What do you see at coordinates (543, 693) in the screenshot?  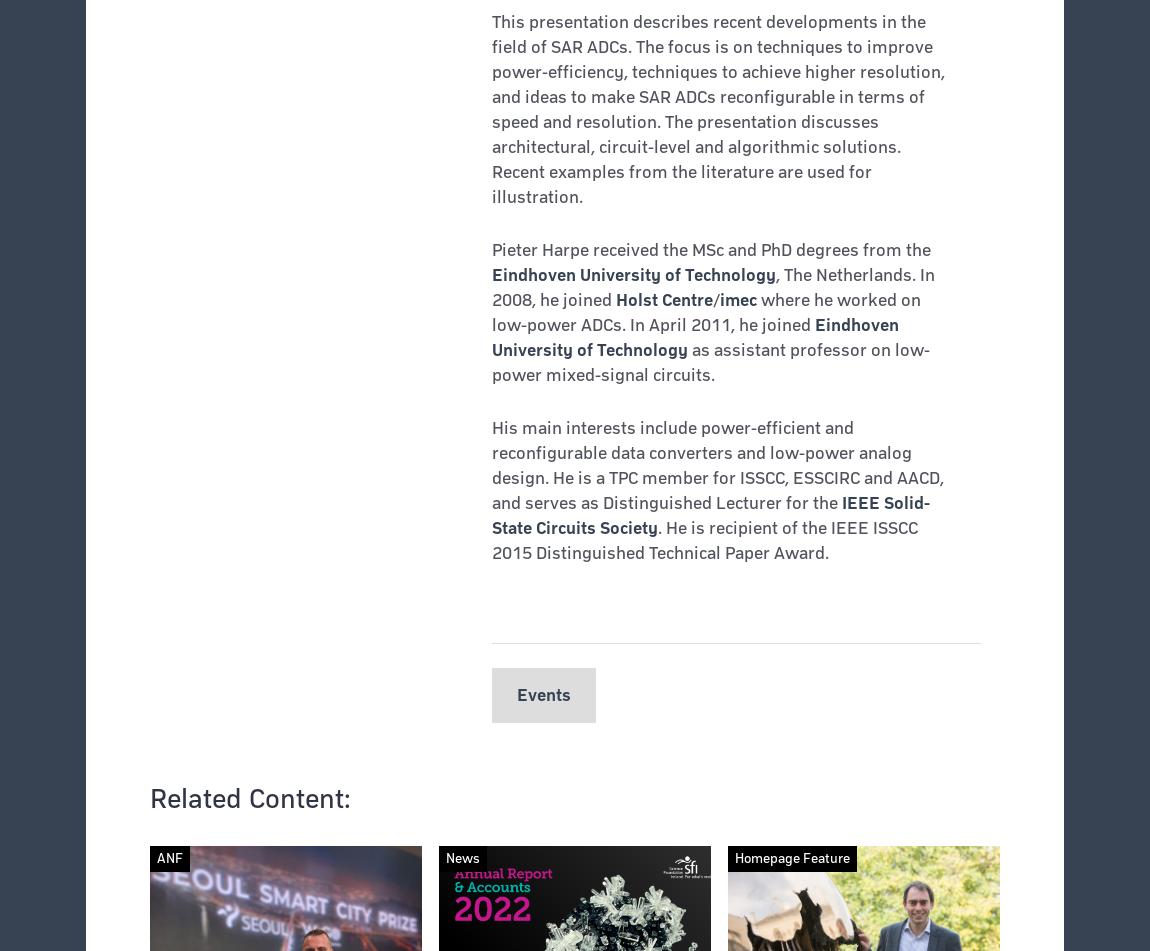 I see `'Events'` at bounding box center [543, 693].